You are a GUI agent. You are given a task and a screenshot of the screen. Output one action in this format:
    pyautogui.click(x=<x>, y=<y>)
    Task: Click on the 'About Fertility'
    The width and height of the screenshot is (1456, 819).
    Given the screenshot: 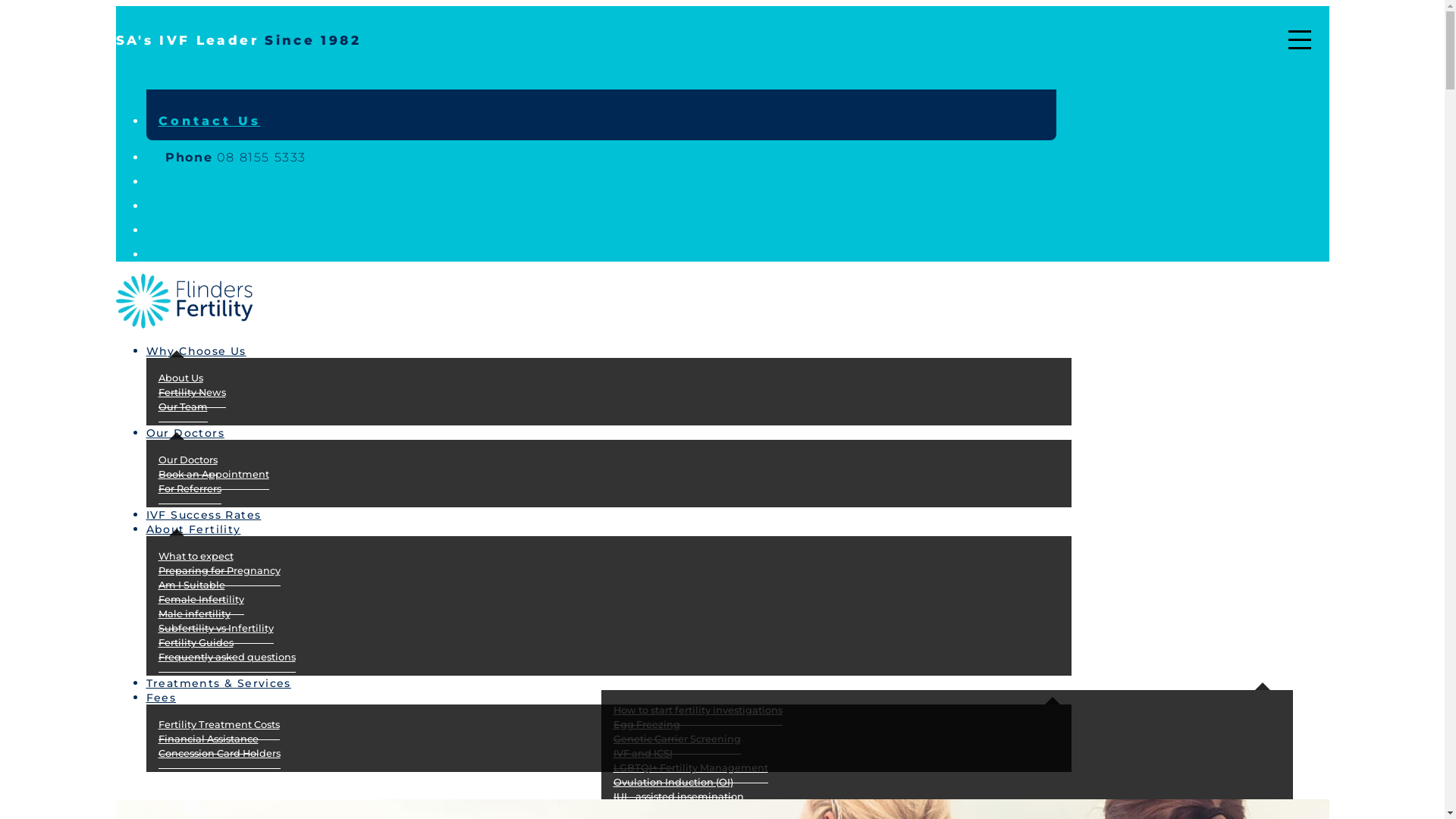 What is the action you would take?
    pyautogui.click(x=204, y=526)
    